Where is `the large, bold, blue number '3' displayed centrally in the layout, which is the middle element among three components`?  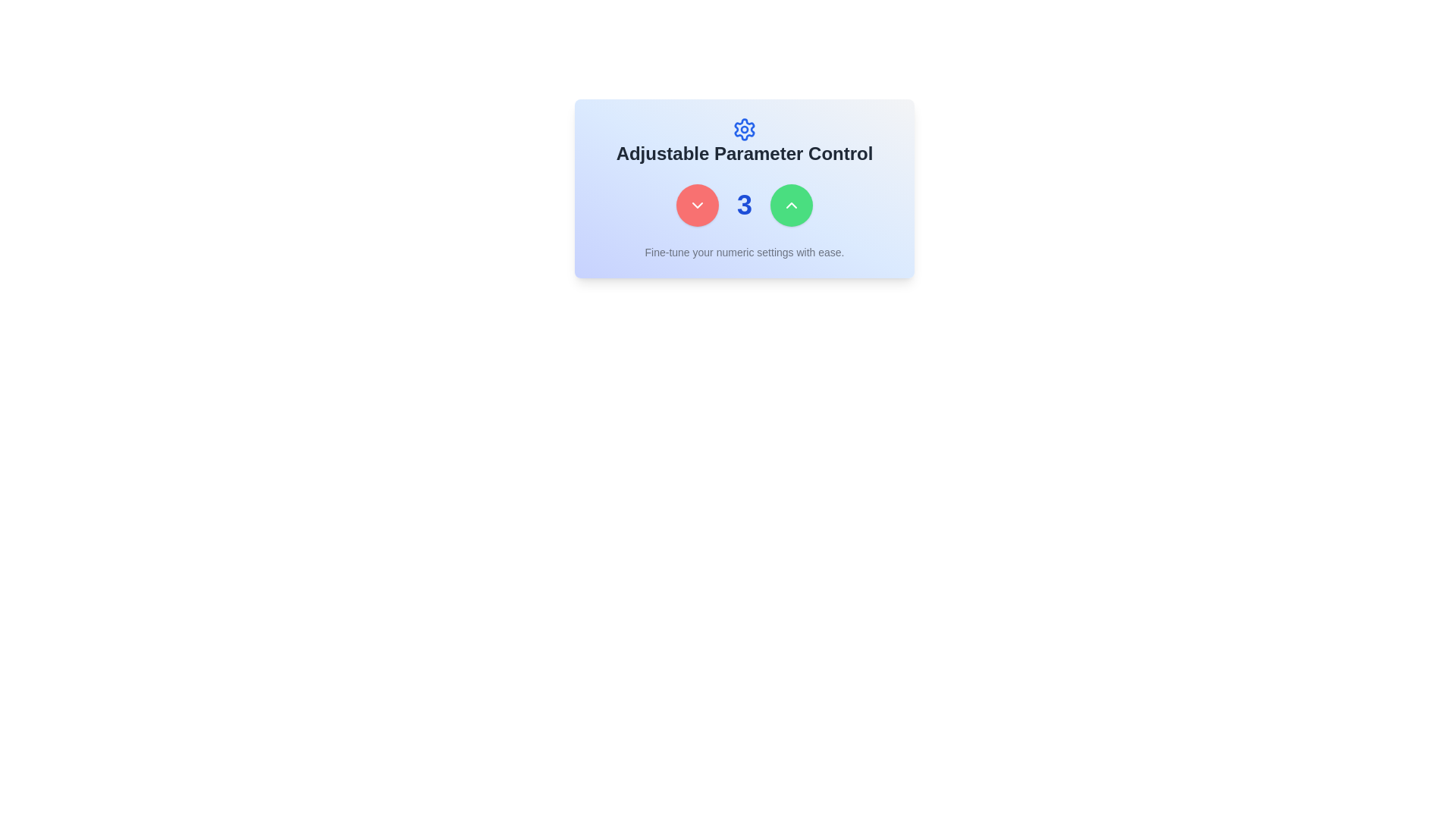 the large, bold, blue number '3' displayed centrally in the layout, which is the middle element among three components is located at coordinates (745, 205).